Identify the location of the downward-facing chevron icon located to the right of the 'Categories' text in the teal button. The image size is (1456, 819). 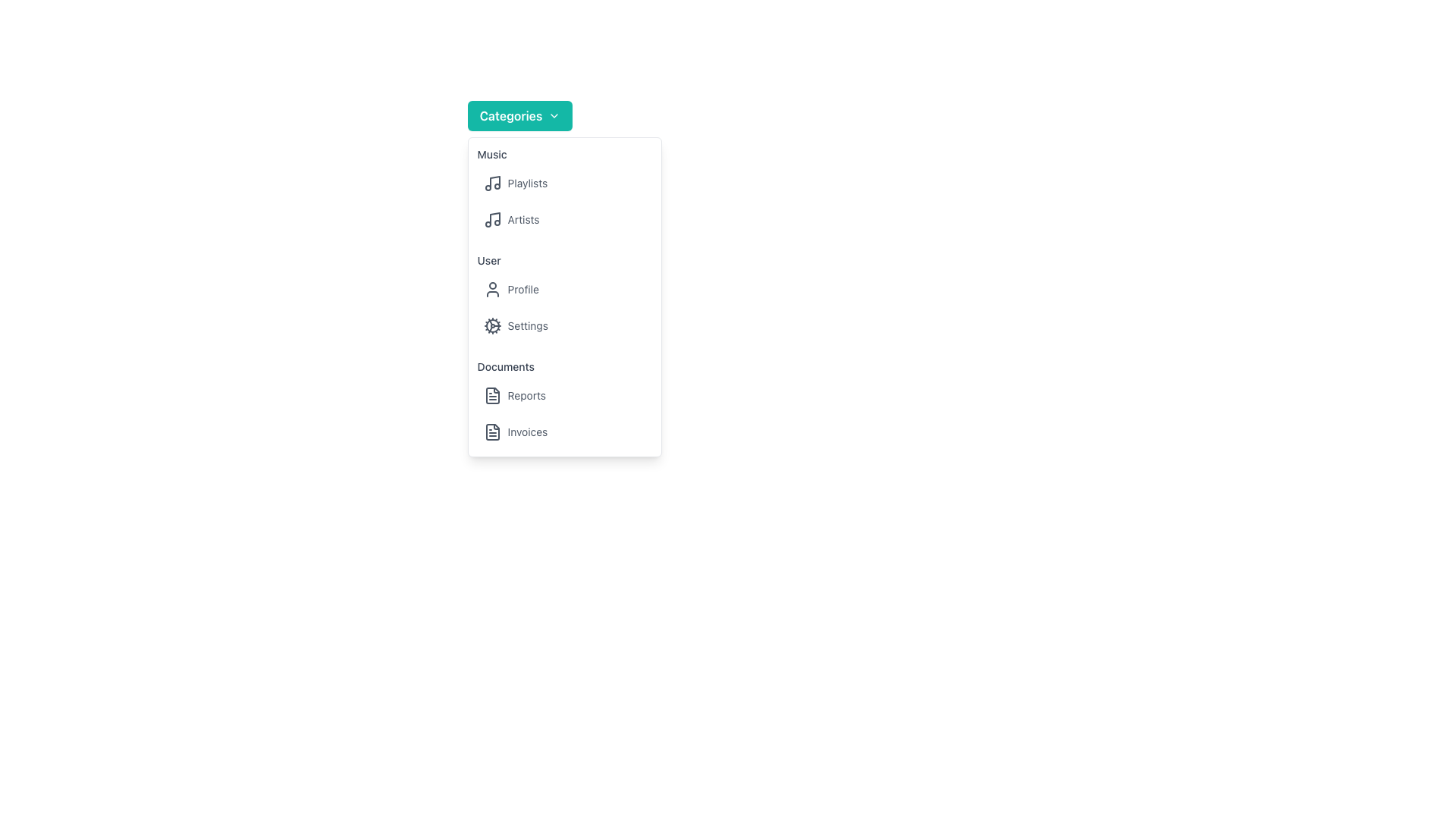
(554, 115).